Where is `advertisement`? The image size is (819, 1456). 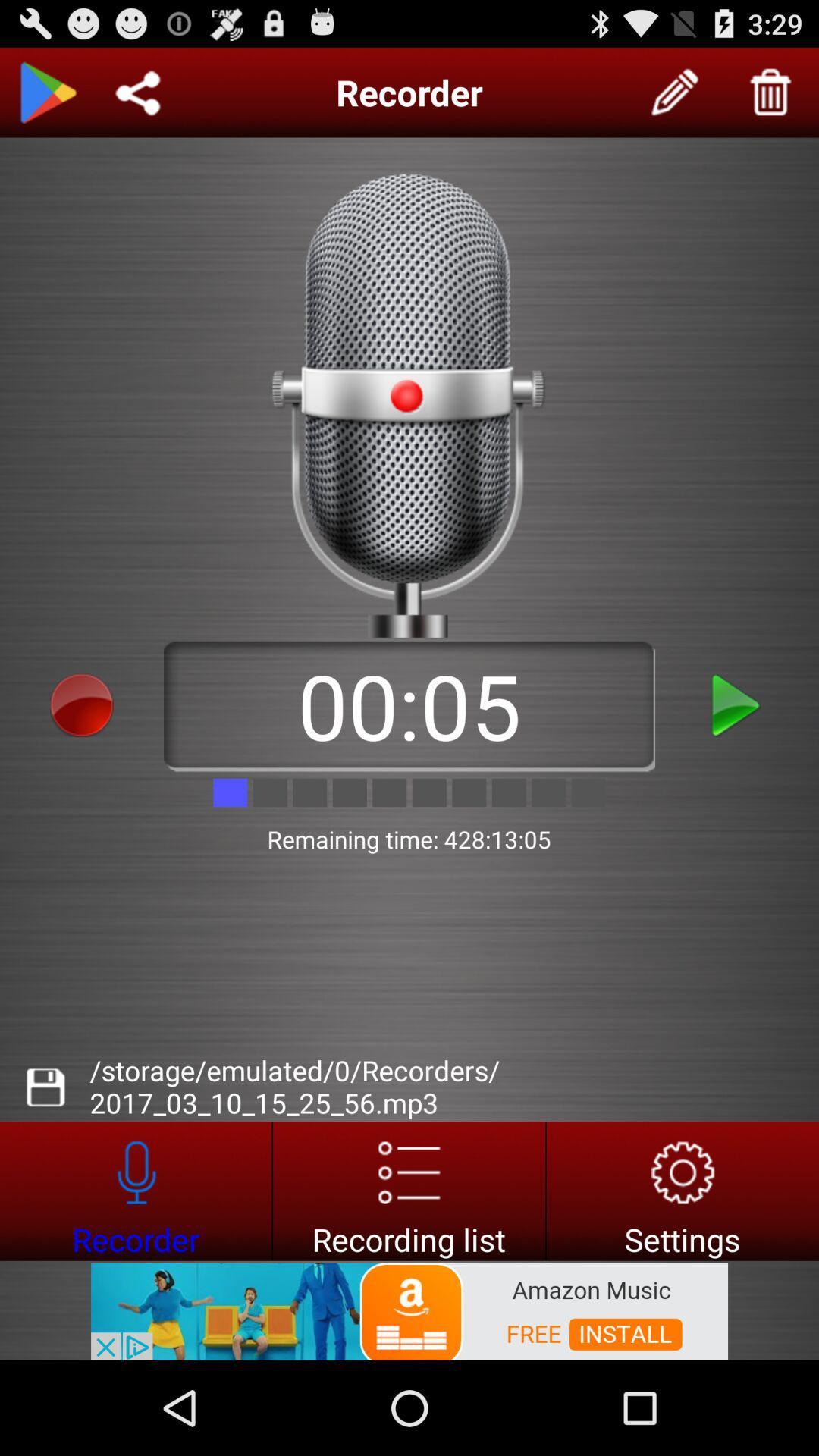
advertisement is located at coordinates (409, 1310).